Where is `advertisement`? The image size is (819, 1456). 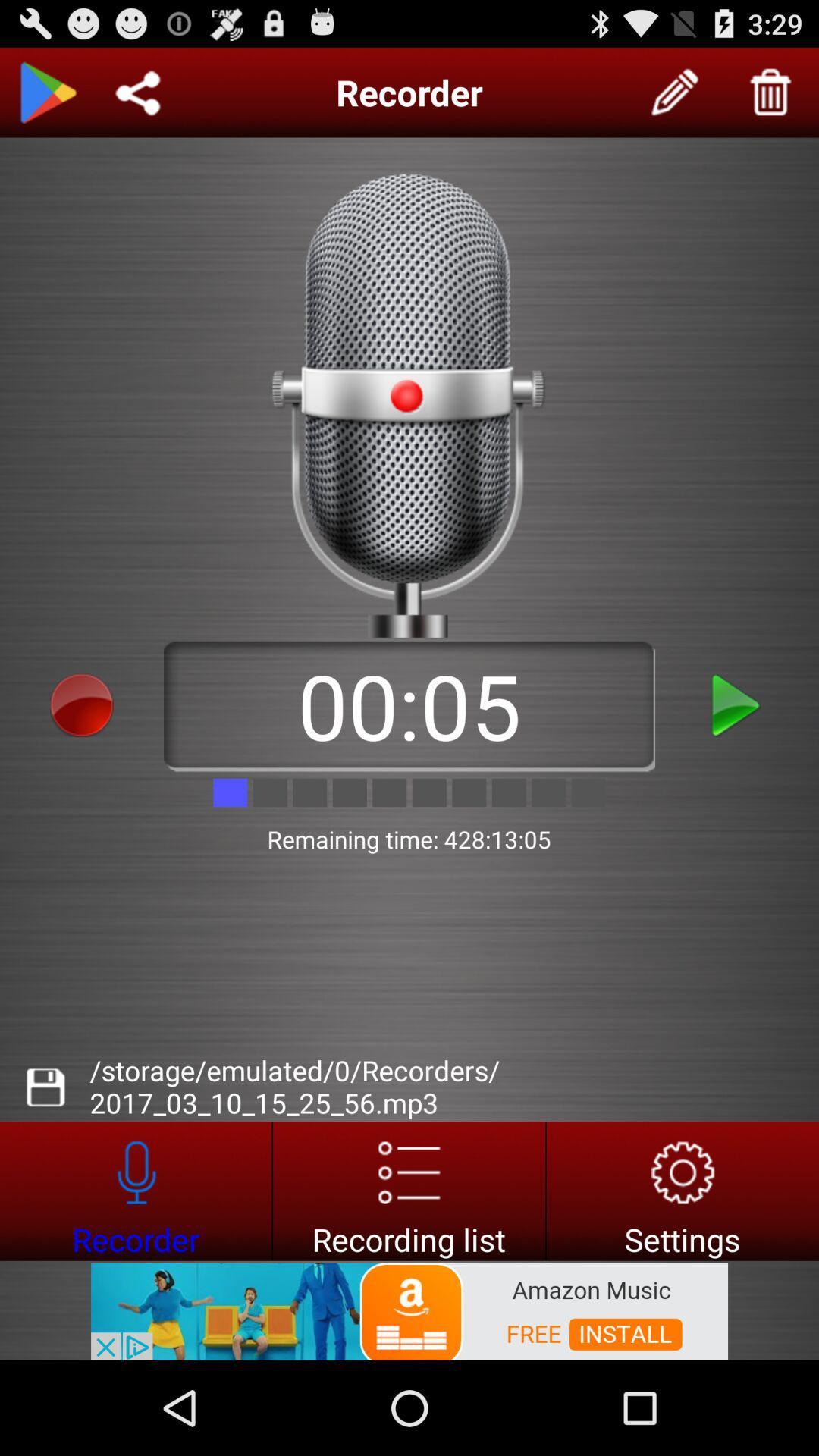
advertisement is located at coordinates (409, 1310).